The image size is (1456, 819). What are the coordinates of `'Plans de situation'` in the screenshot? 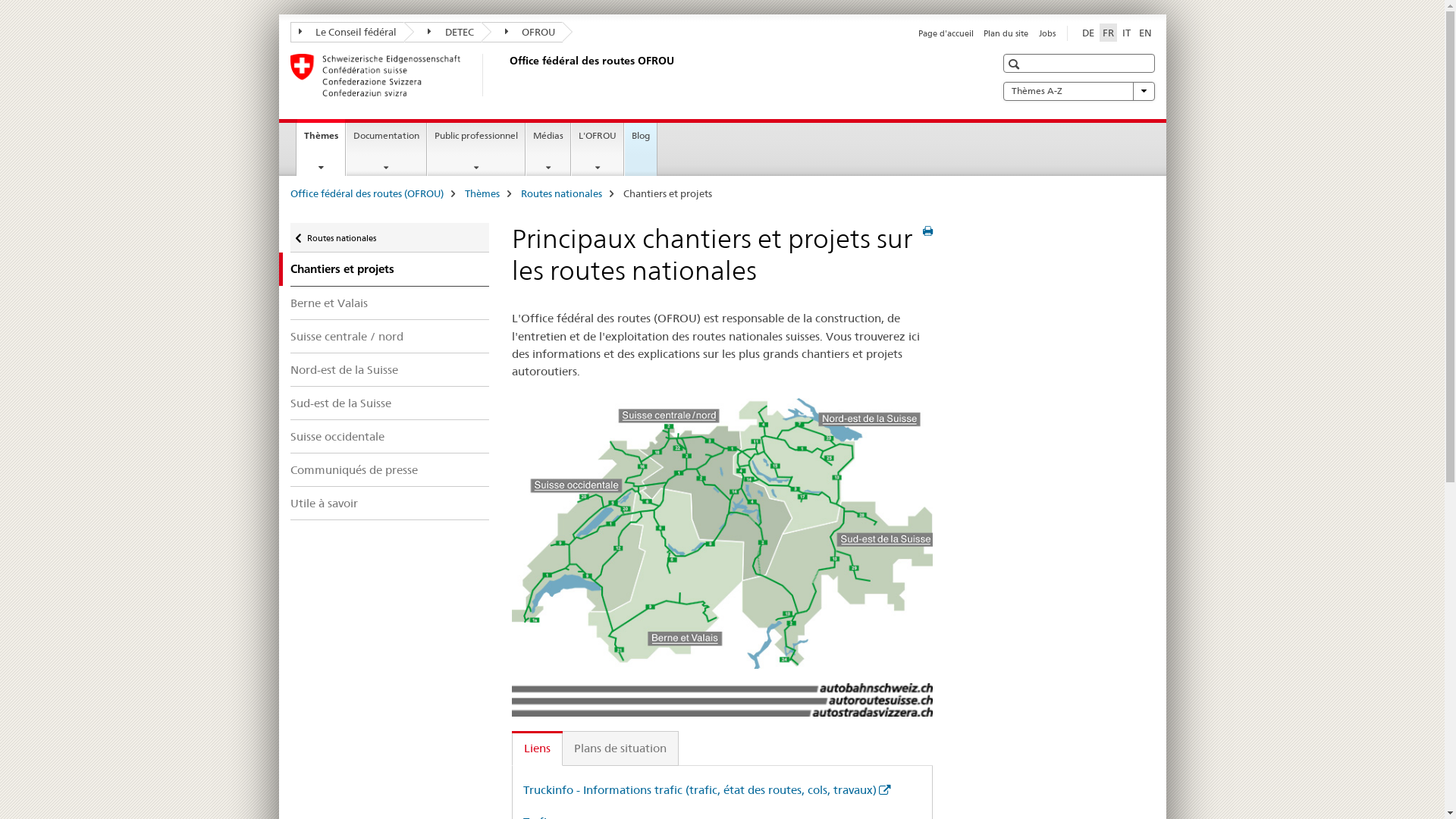 It's located at (620, 748).